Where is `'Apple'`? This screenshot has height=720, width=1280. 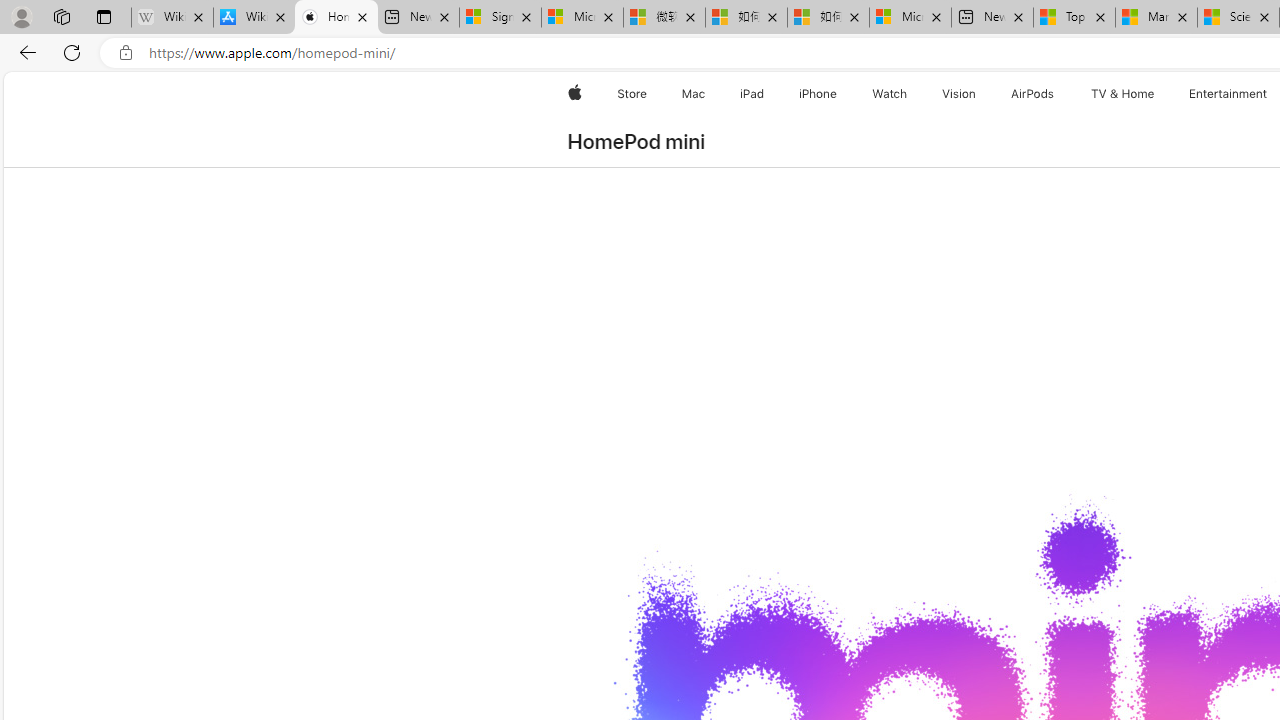
'Apple' is located at coordinates (573, 93).